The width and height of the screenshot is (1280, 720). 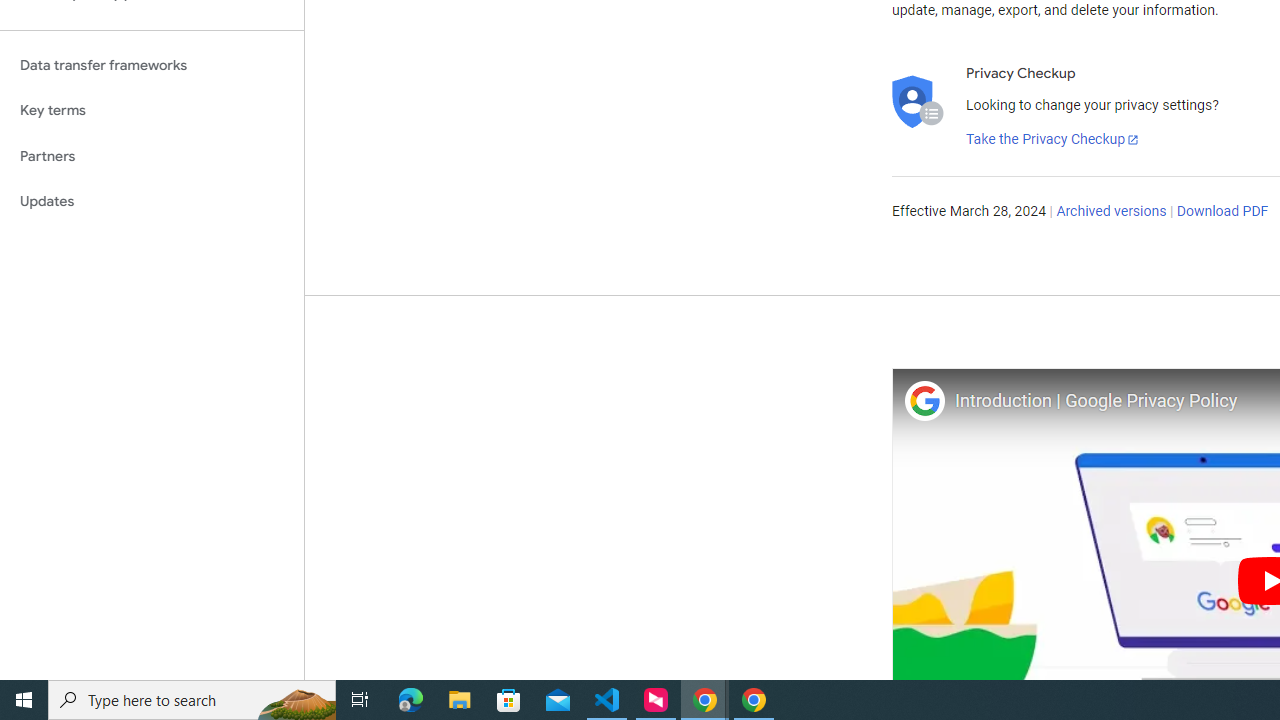 What do you see at coordinates (151, 110) in the screenshot?
I see `'Key terms'` at bounding box center [151, 110].